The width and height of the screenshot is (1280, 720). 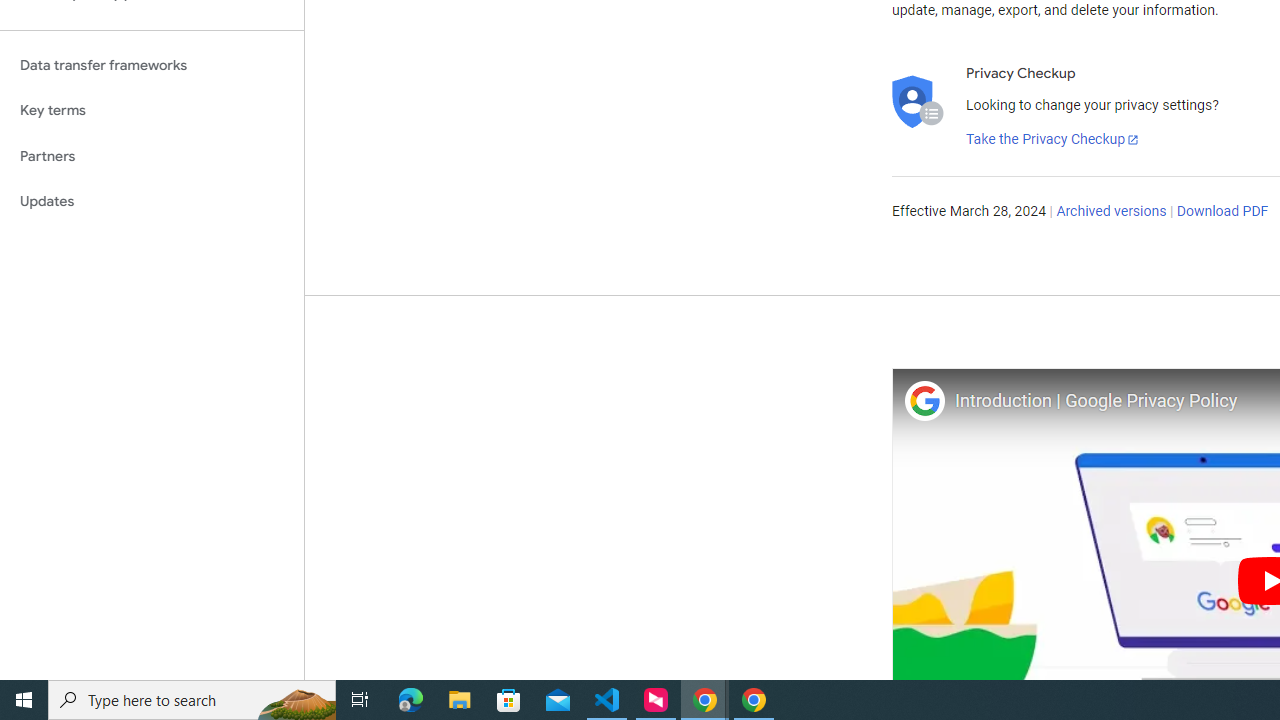 What do you see at coordinates (151, 110) in the screenshot?
I see `'Key terms'` at bounding box center [151, 110].